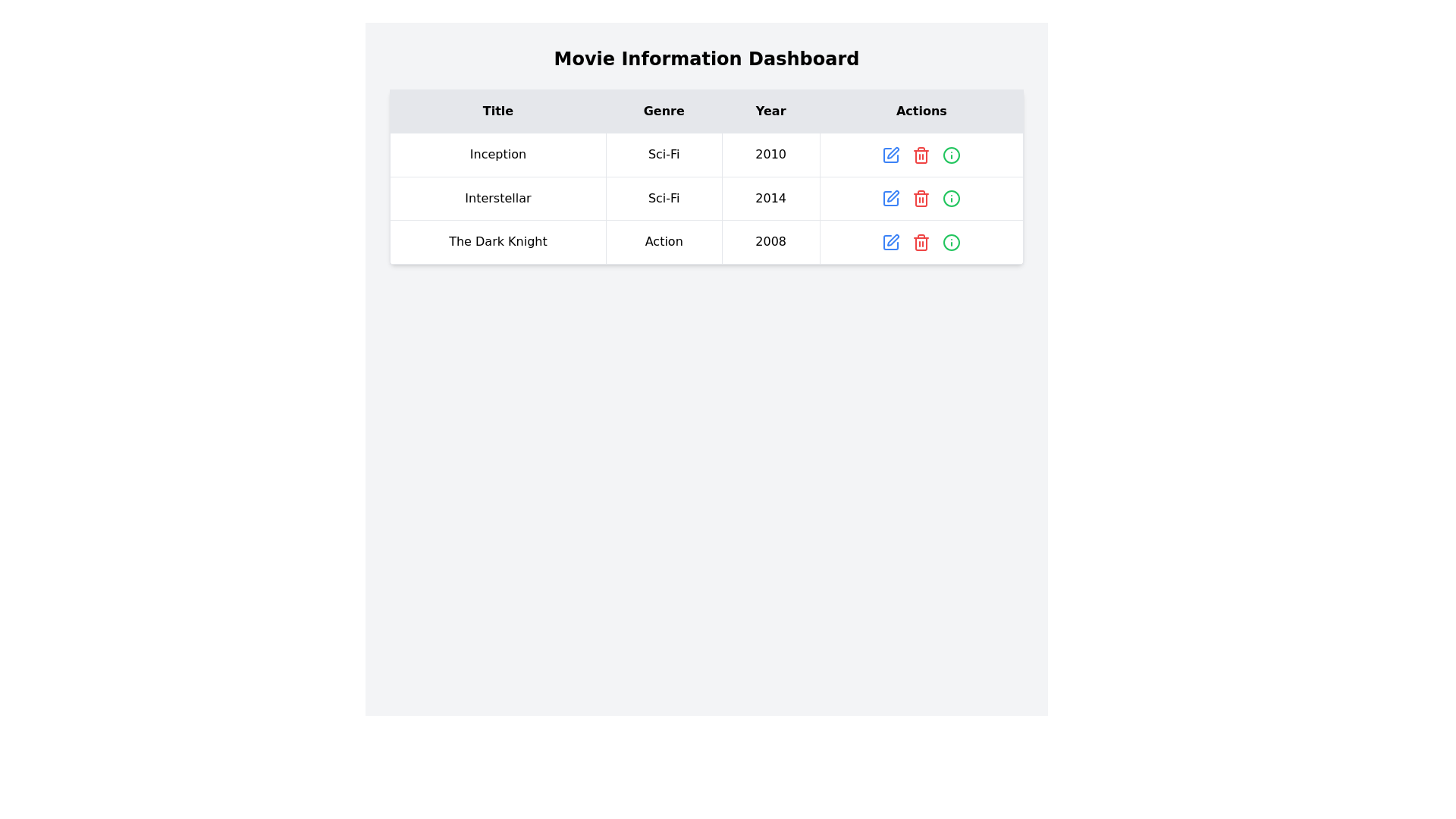  I want to click on the delete button, which is the second interactive icon in the 'Actions' column of the second row in the movie information table, so click(921, 198).